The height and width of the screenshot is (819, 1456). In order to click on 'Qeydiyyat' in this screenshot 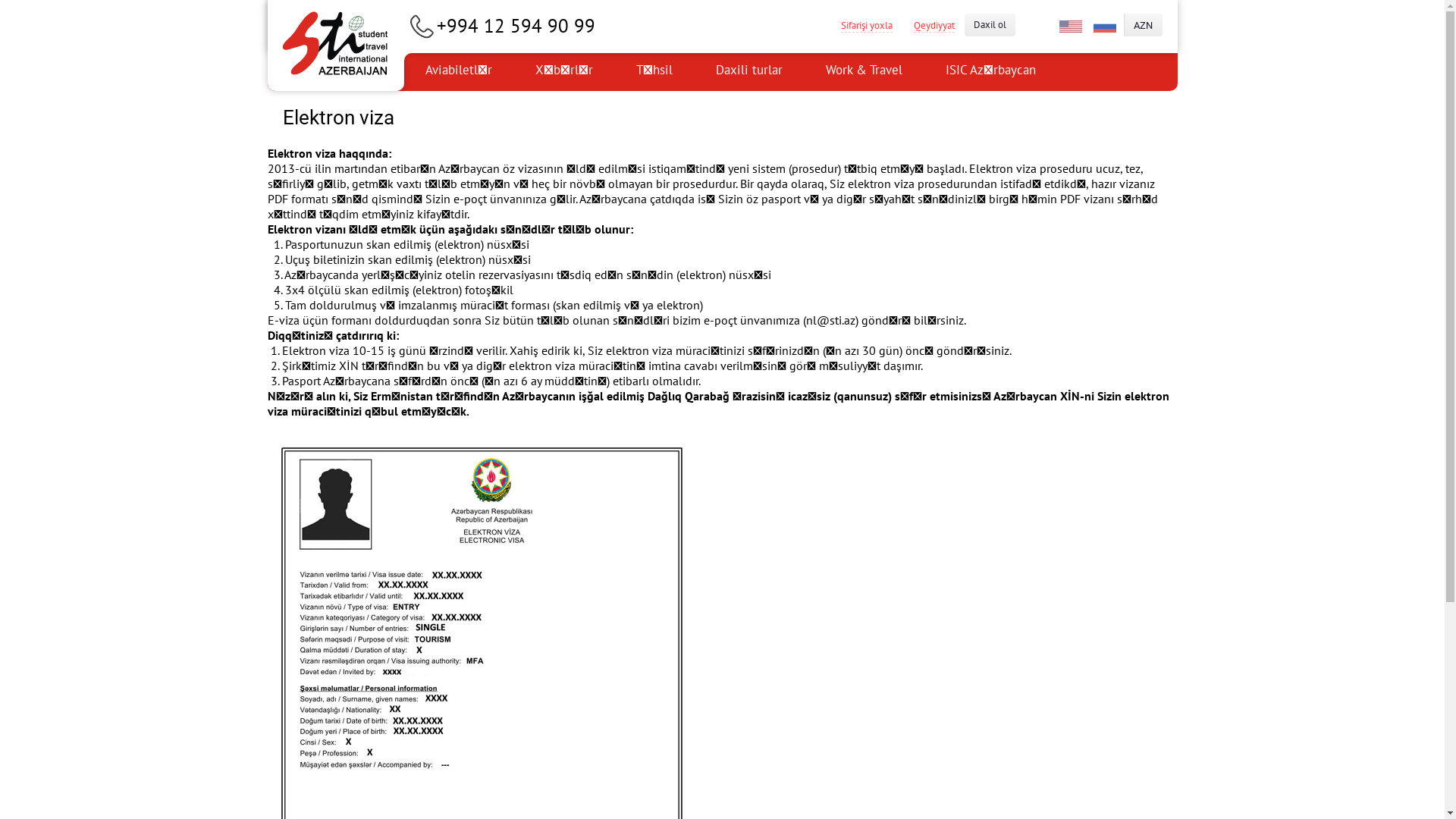, I will do `click(932, 25)`.